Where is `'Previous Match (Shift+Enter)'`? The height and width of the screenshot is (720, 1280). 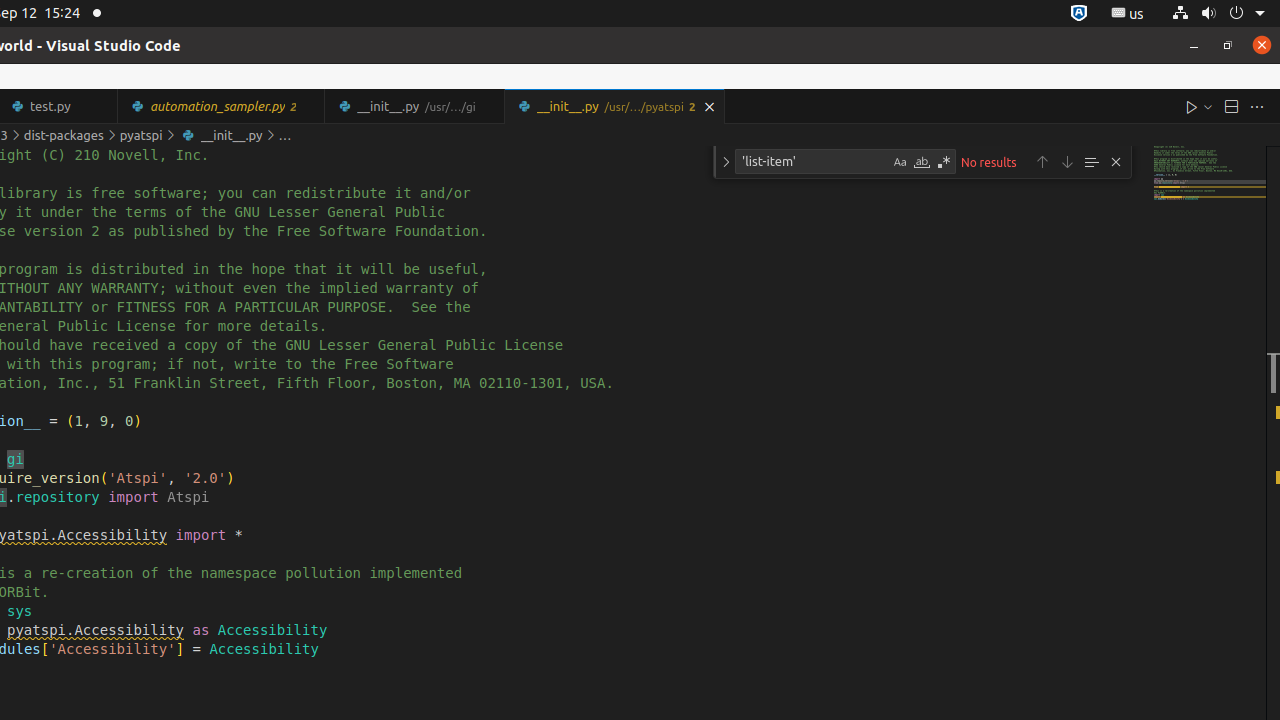 'Previous Match (Shift+Enter)' is located at coordinates (1041, 160).